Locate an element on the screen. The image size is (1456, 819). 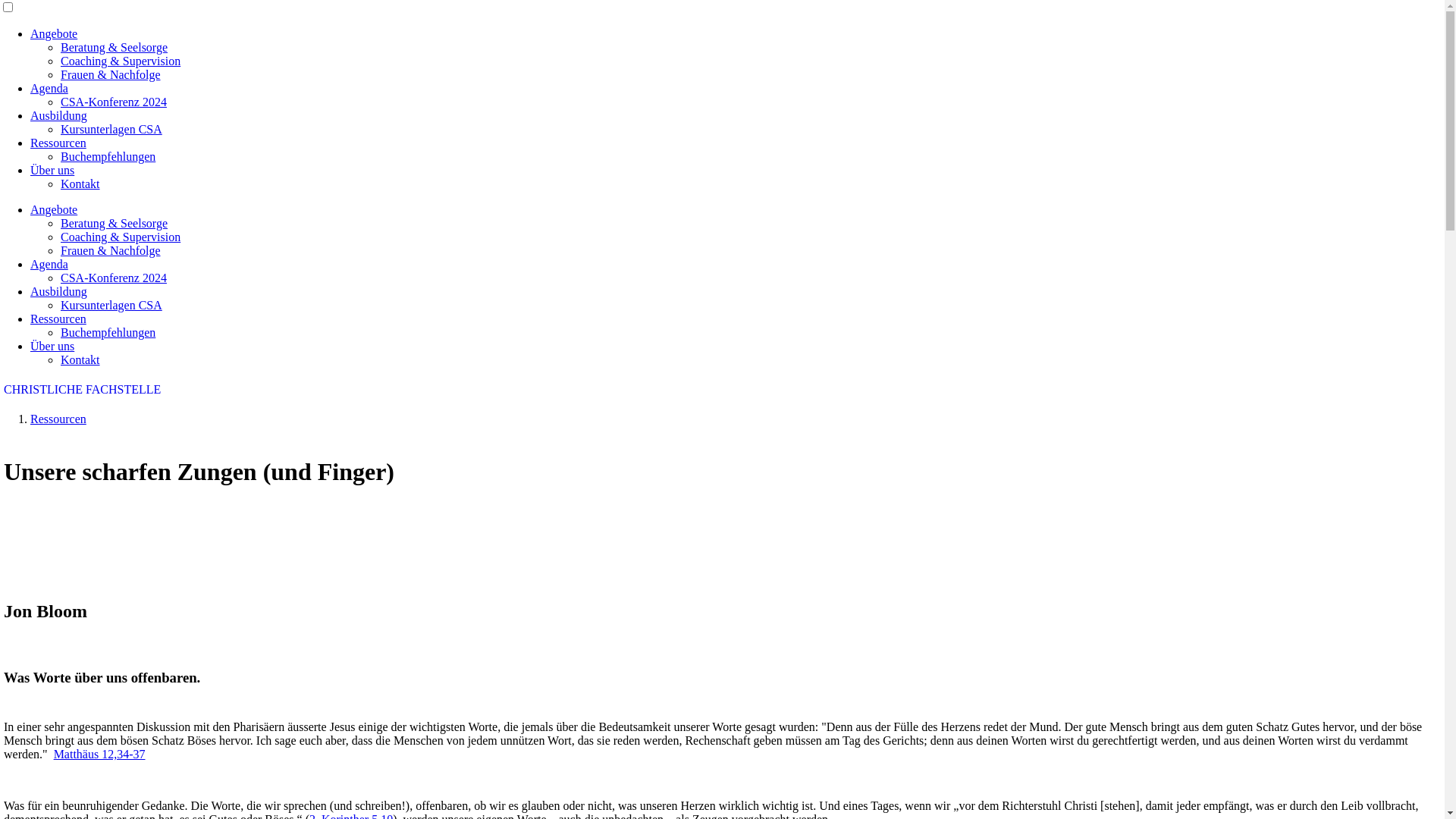
'Agenda' is located at coordinates (49, 263).